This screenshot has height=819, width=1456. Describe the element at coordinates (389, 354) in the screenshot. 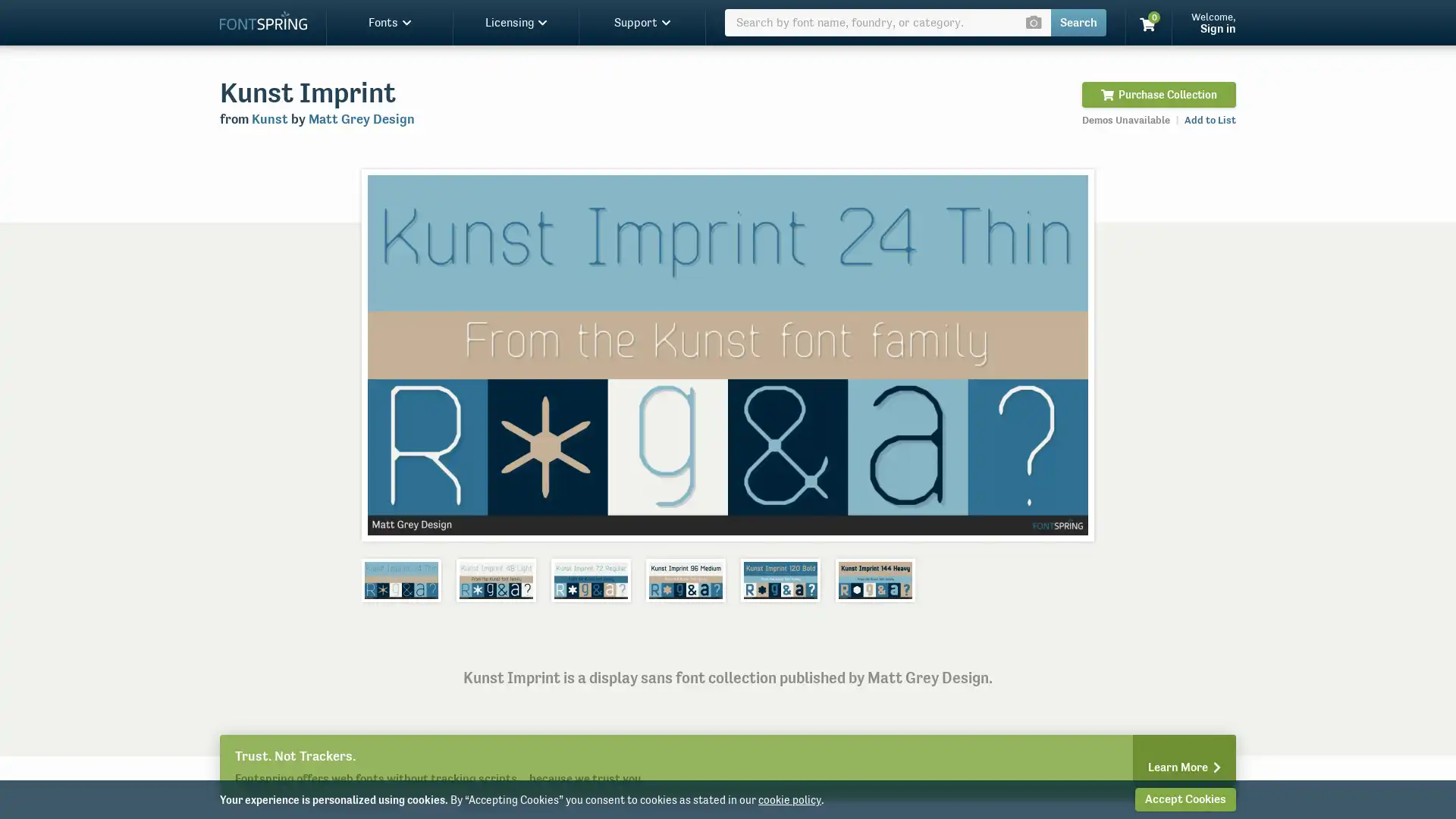

I see `Previous slide` at that location.